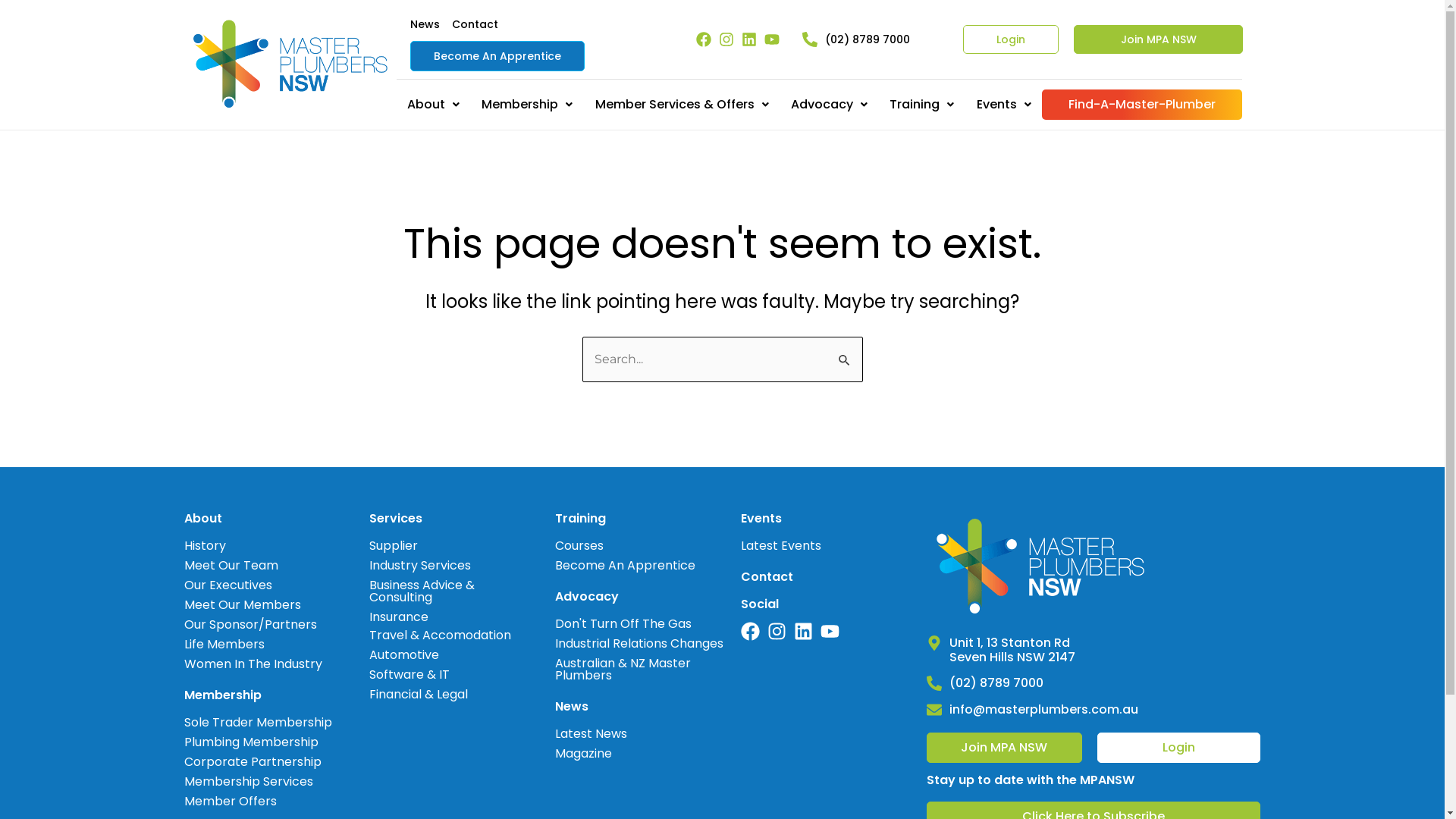 Image resolution: width=1456 pixels, height=819 pixels. Describe the element at coordinates (781, 546) in the screenshot. I see `'Latest Events'` at that location.